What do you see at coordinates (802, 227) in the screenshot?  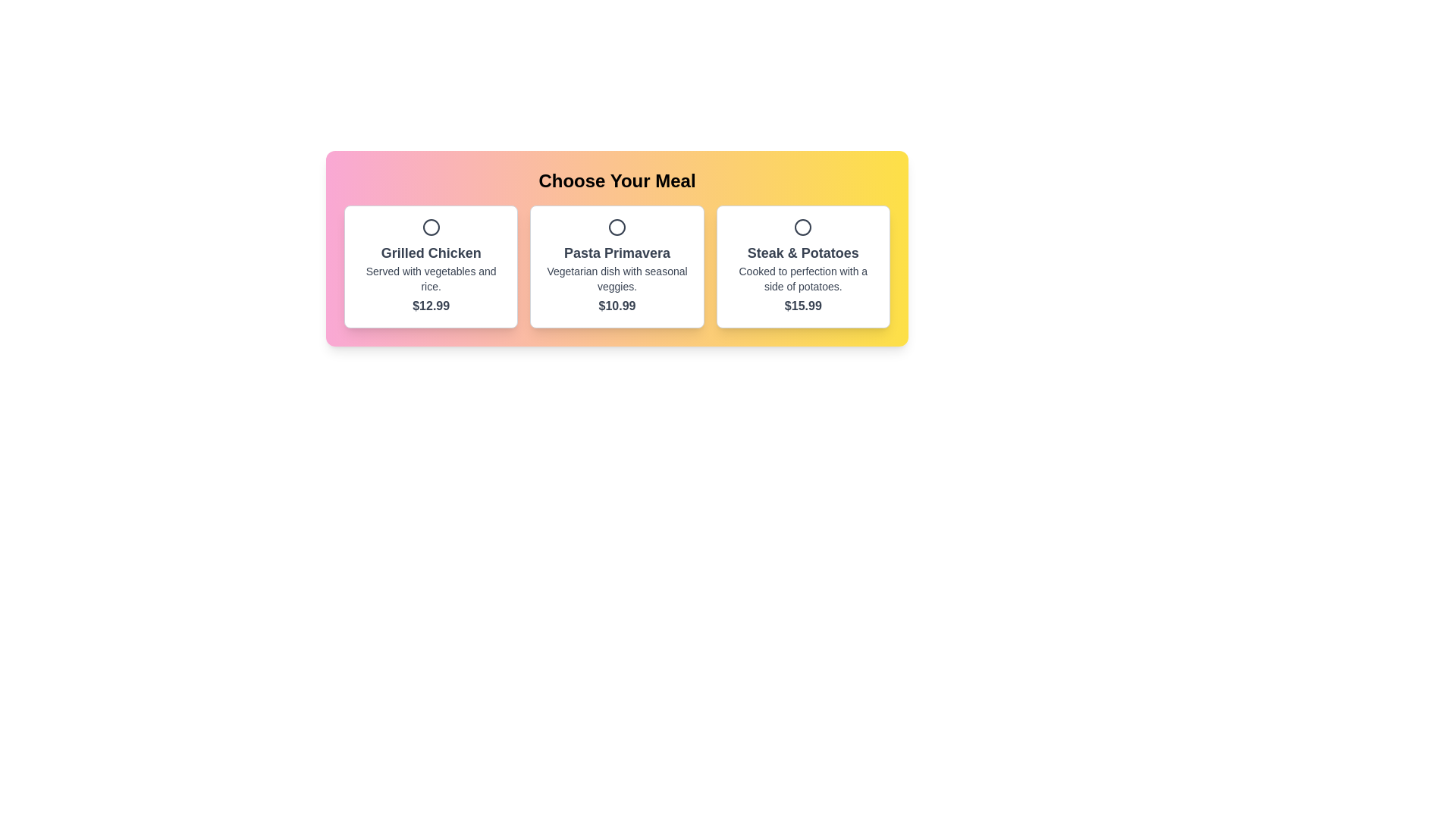 I see `the radio button` at bounding box center [802, 227].